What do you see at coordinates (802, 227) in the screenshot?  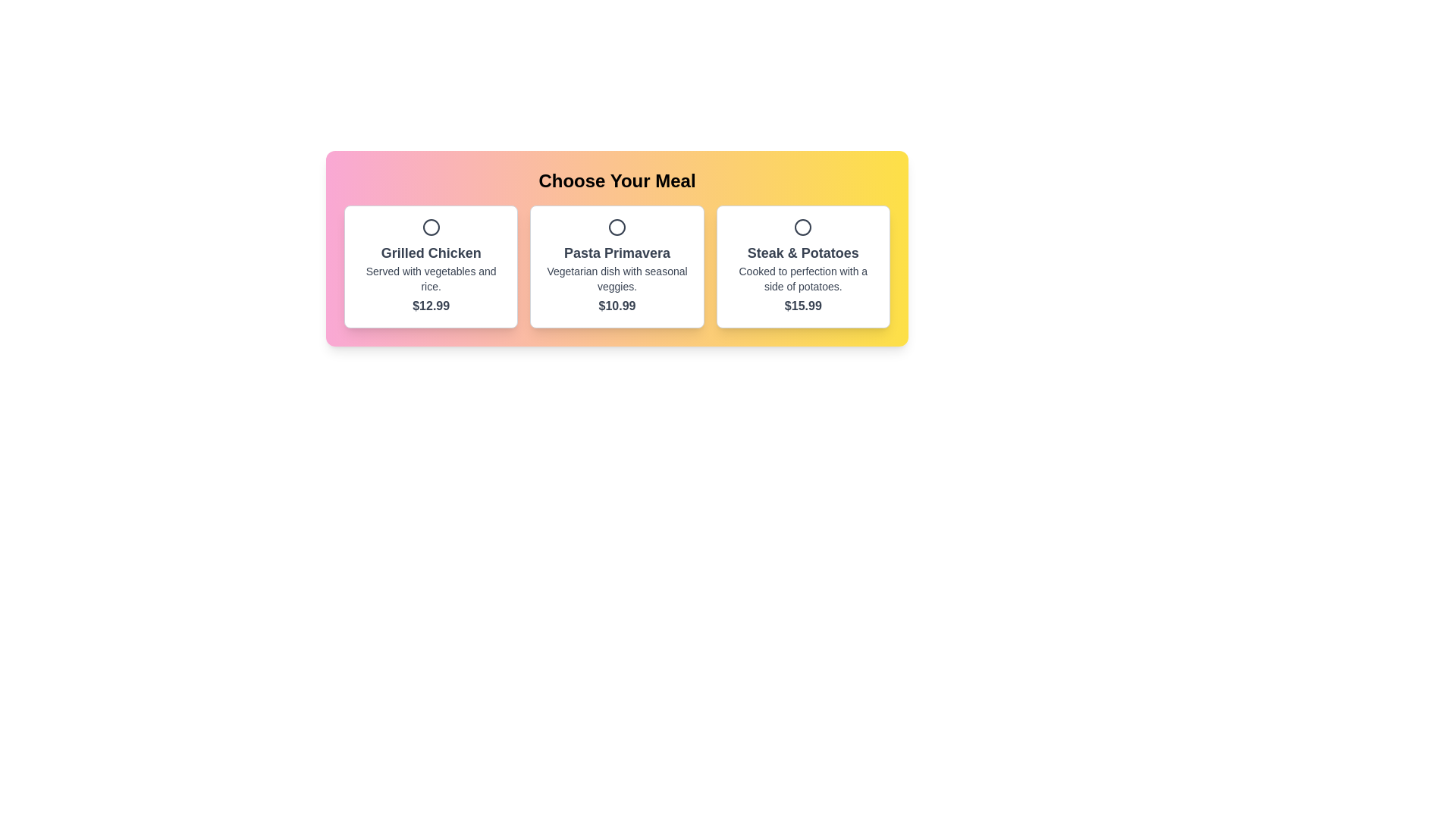 I see `the radio button` at bounding box center [802, 227].